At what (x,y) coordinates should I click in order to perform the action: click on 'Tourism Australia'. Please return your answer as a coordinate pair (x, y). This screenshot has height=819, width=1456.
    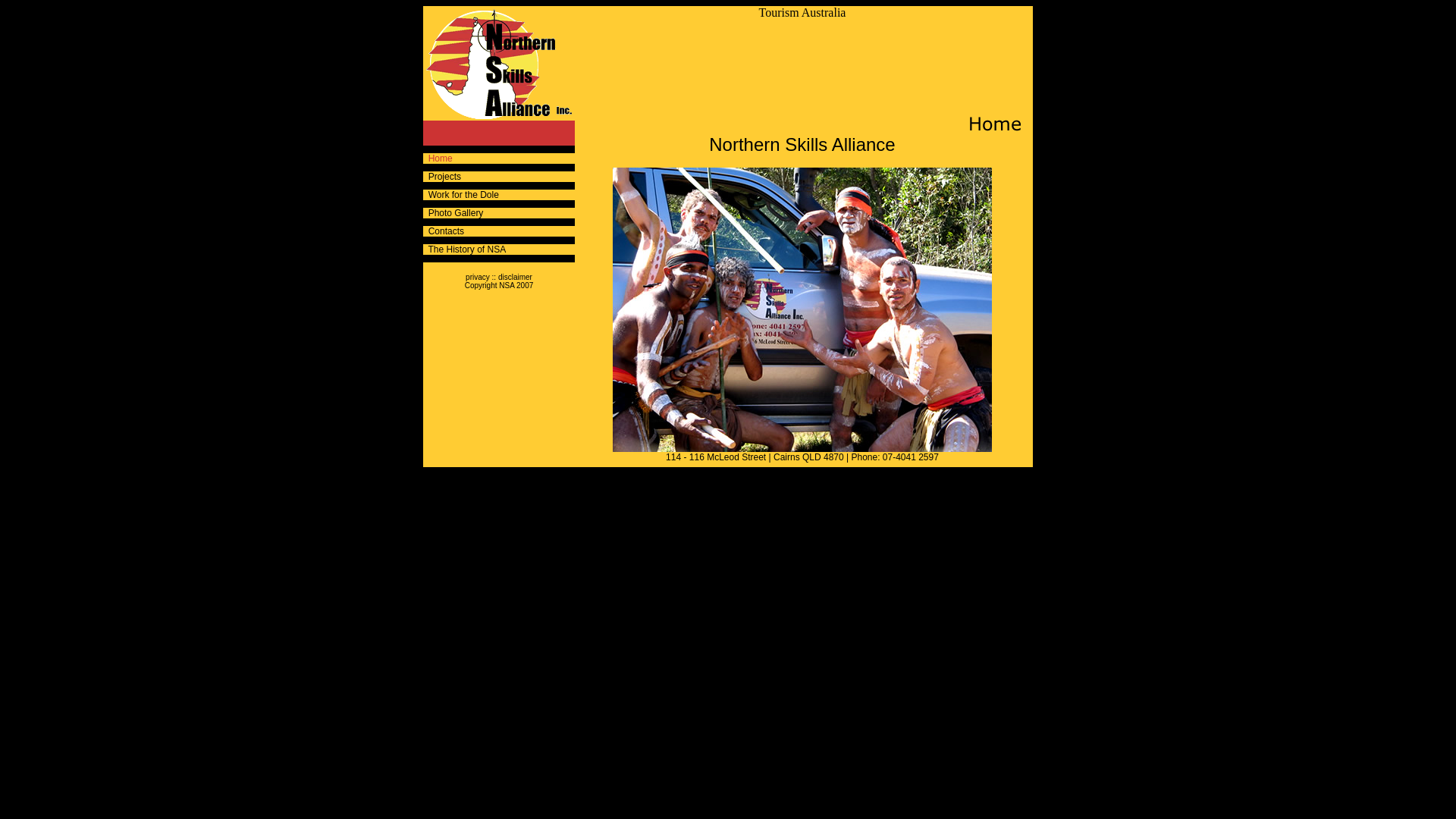
    Looking at the image, I should click on (759, 12).